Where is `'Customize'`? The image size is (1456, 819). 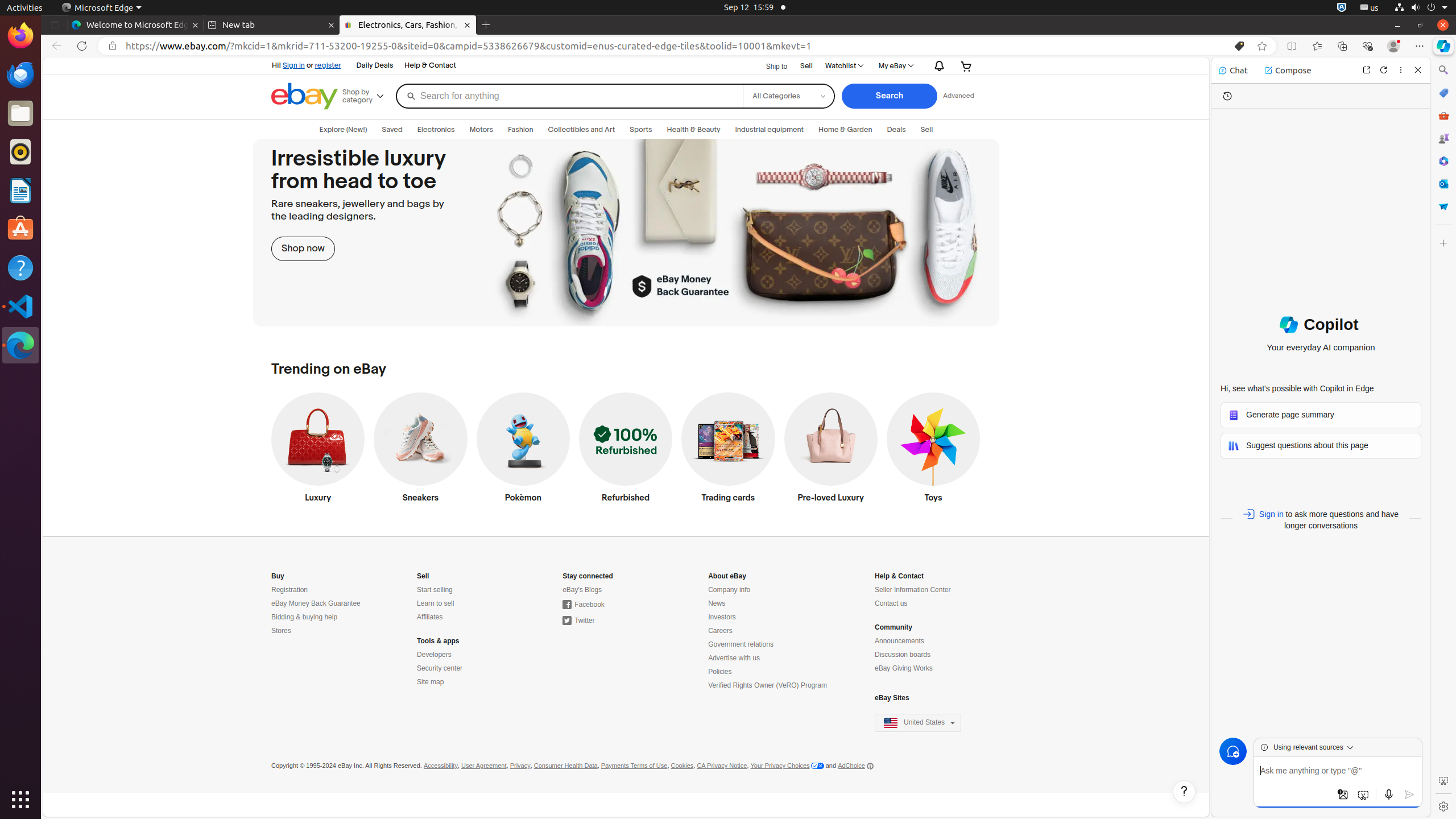
'Customize' is located at coordinates (1442, 242).